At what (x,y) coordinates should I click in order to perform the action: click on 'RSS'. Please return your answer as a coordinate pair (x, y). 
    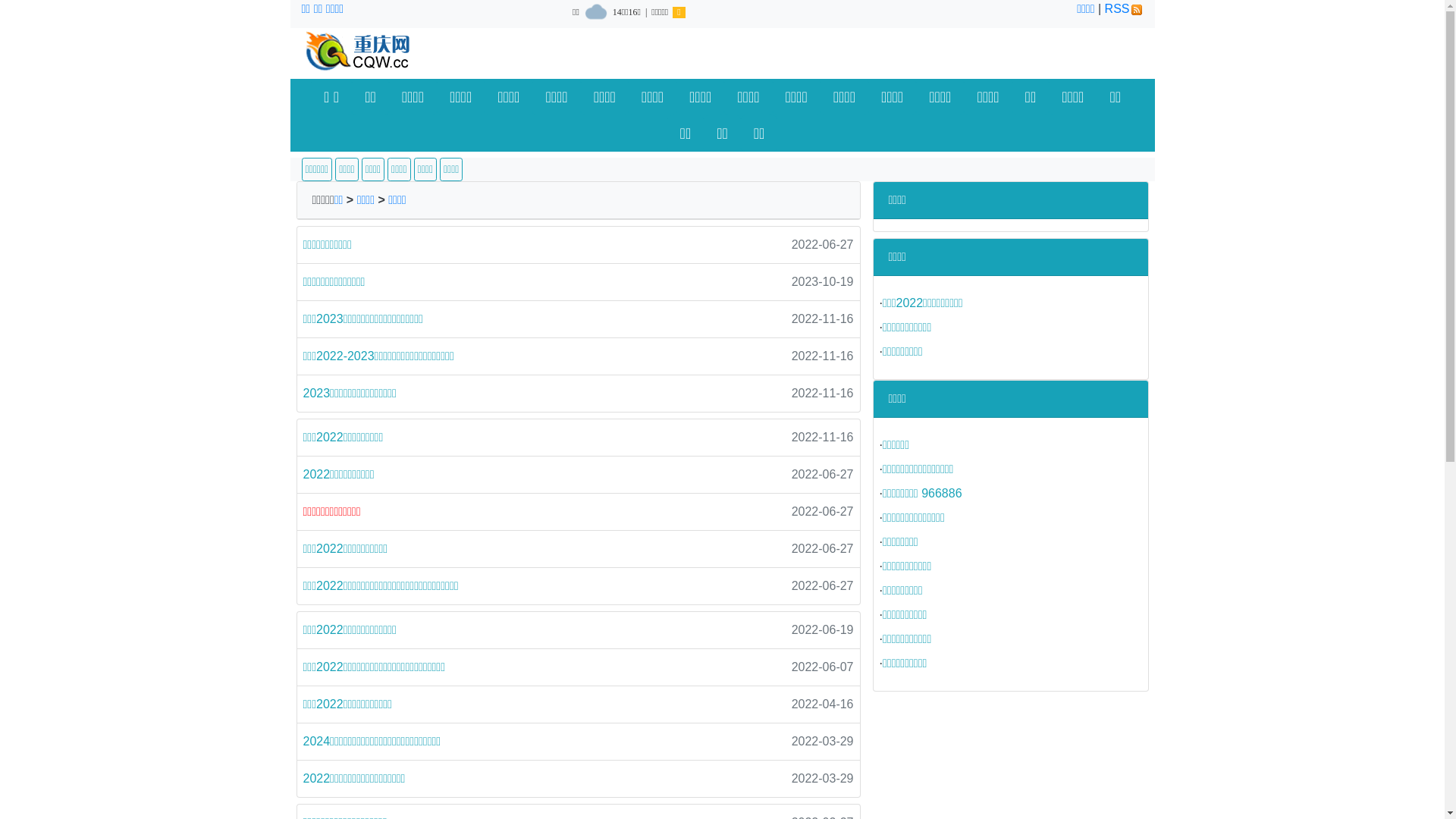
    Looking at the image, I should click on (1124, 8).